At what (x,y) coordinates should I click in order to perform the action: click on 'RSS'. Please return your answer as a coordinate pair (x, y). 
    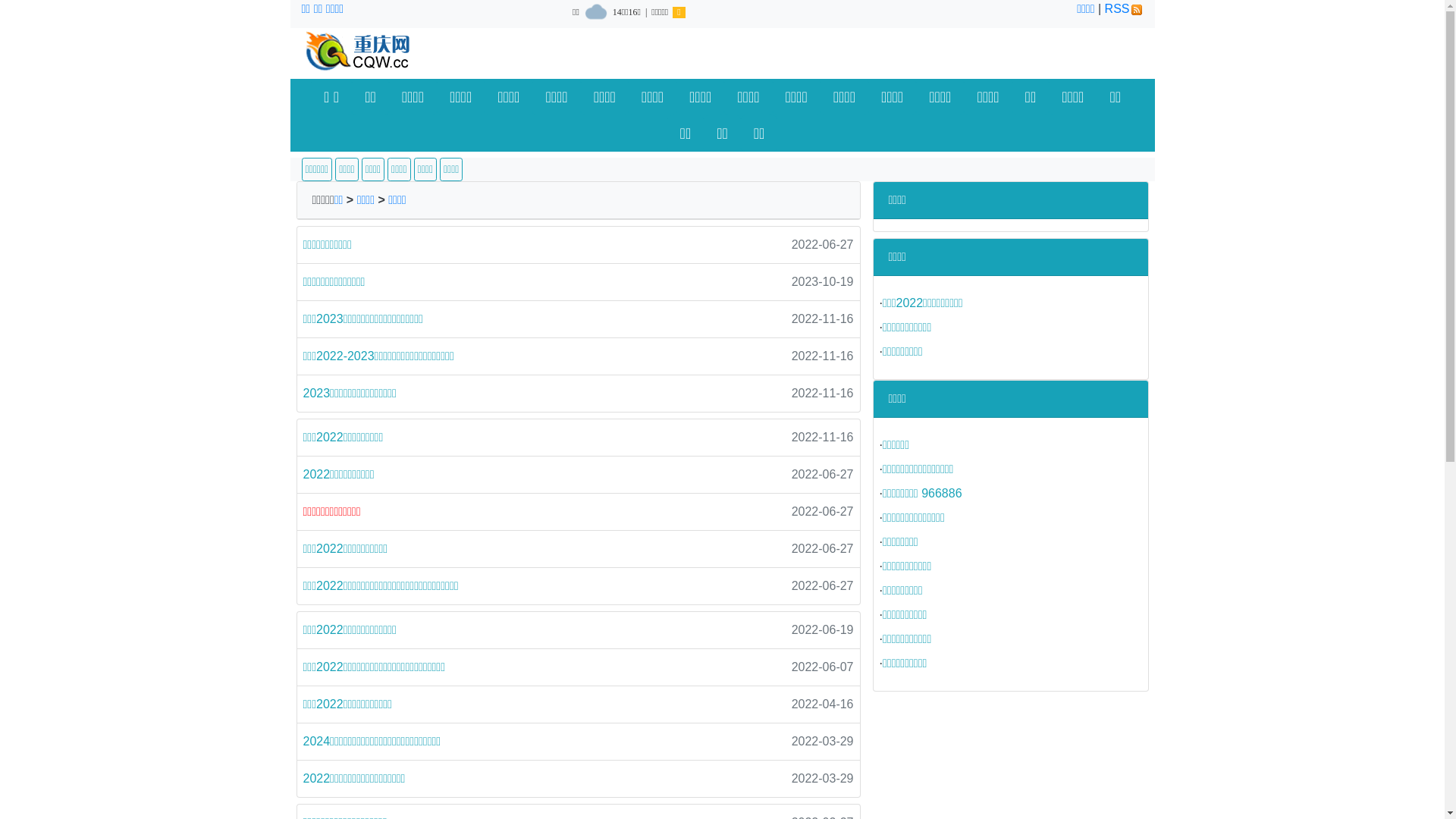
    Looking at the image, I should click on (1124, 8).